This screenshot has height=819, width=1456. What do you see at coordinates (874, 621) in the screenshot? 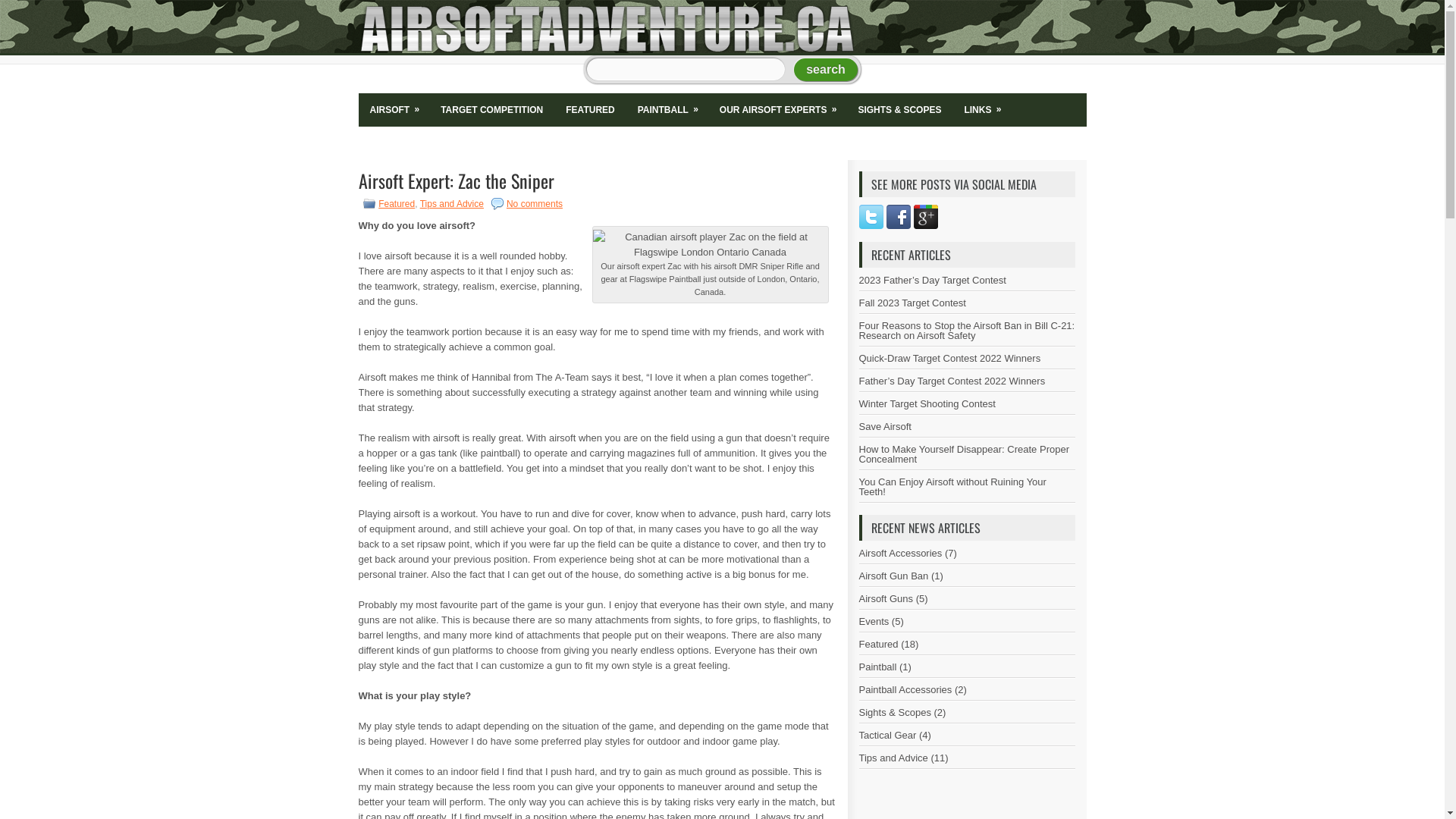
I see `'Events'` at bounding box center [874, 621].